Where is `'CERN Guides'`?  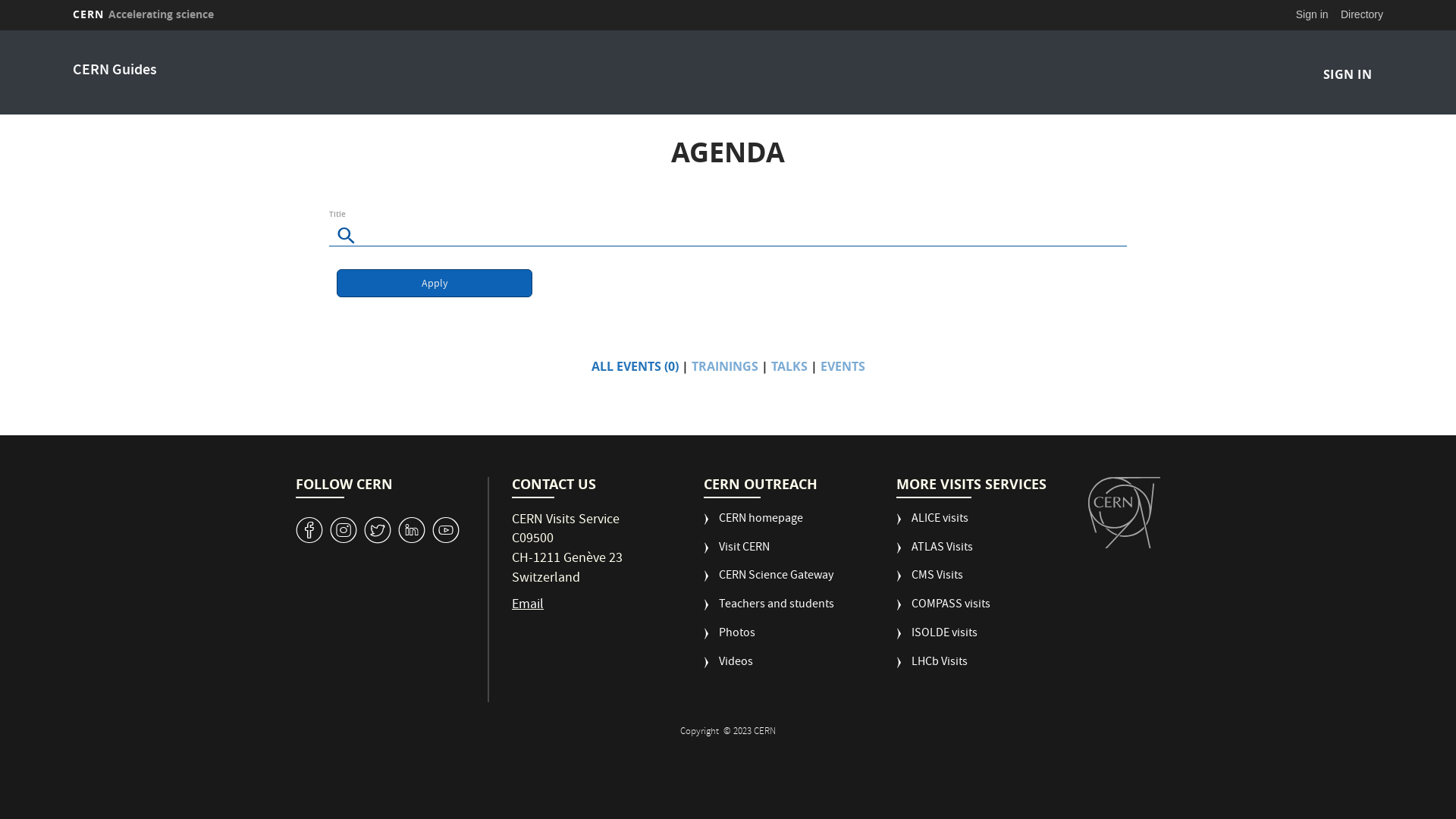
'CERN Guides' is located at coordinates (114, 71).